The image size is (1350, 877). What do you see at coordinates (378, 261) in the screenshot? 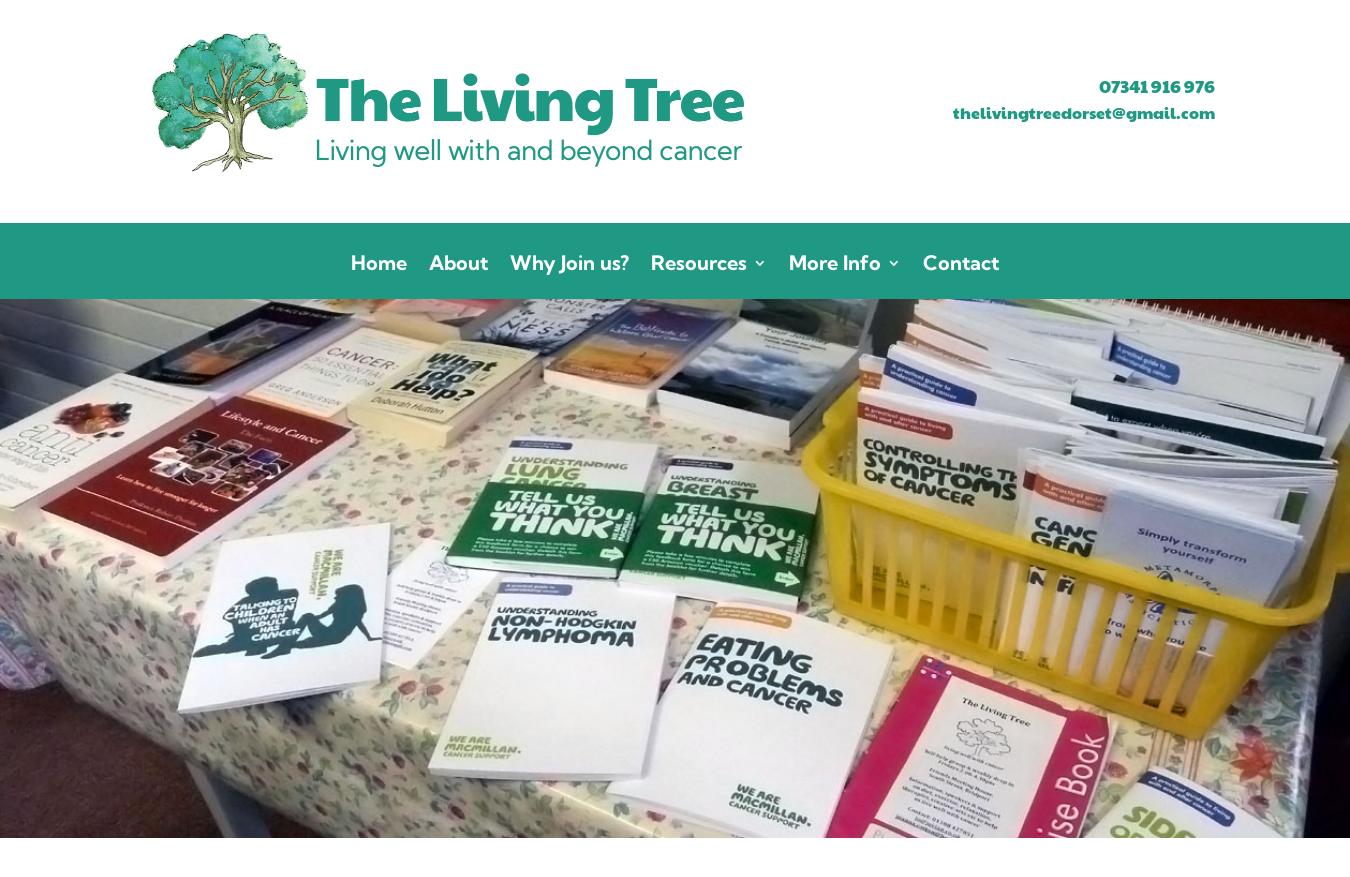
I see `'Home'` at bounding box center [378, 261].